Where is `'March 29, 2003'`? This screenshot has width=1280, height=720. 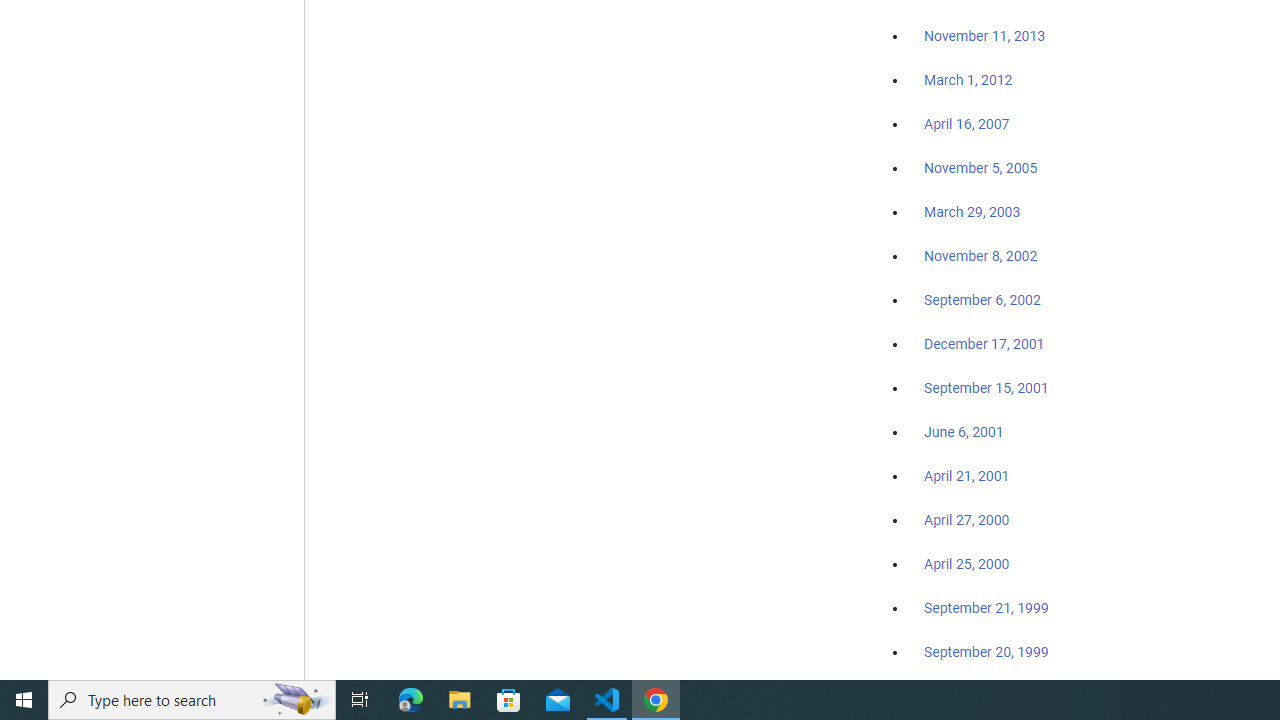 'March 29, 2003' is located at coordinates (972, 212).